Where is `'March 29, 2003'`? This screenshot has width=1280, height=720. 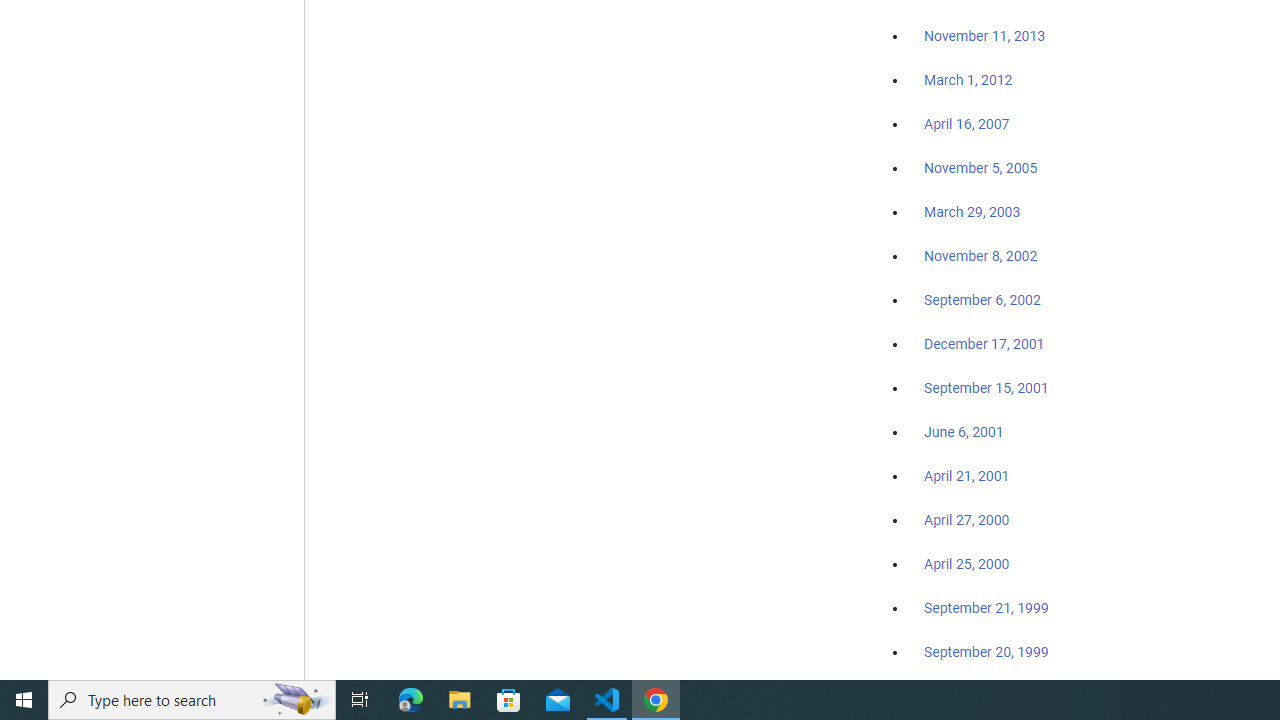 'March 29, 2003' is located at coordinates (972, 212).